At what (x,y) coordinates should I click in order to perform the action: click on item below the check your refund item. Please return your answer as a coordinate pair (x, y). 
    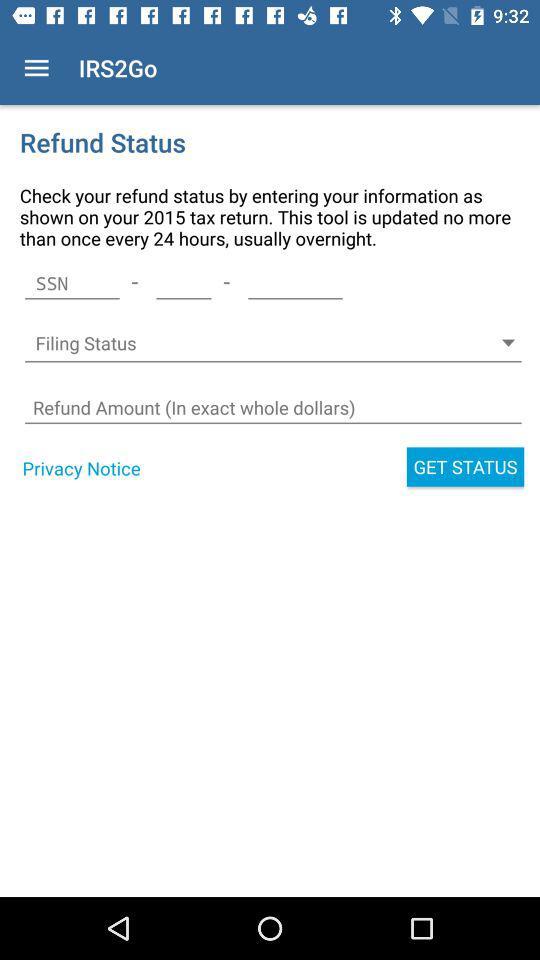
    Looking at the image, I should click on (183, 282).